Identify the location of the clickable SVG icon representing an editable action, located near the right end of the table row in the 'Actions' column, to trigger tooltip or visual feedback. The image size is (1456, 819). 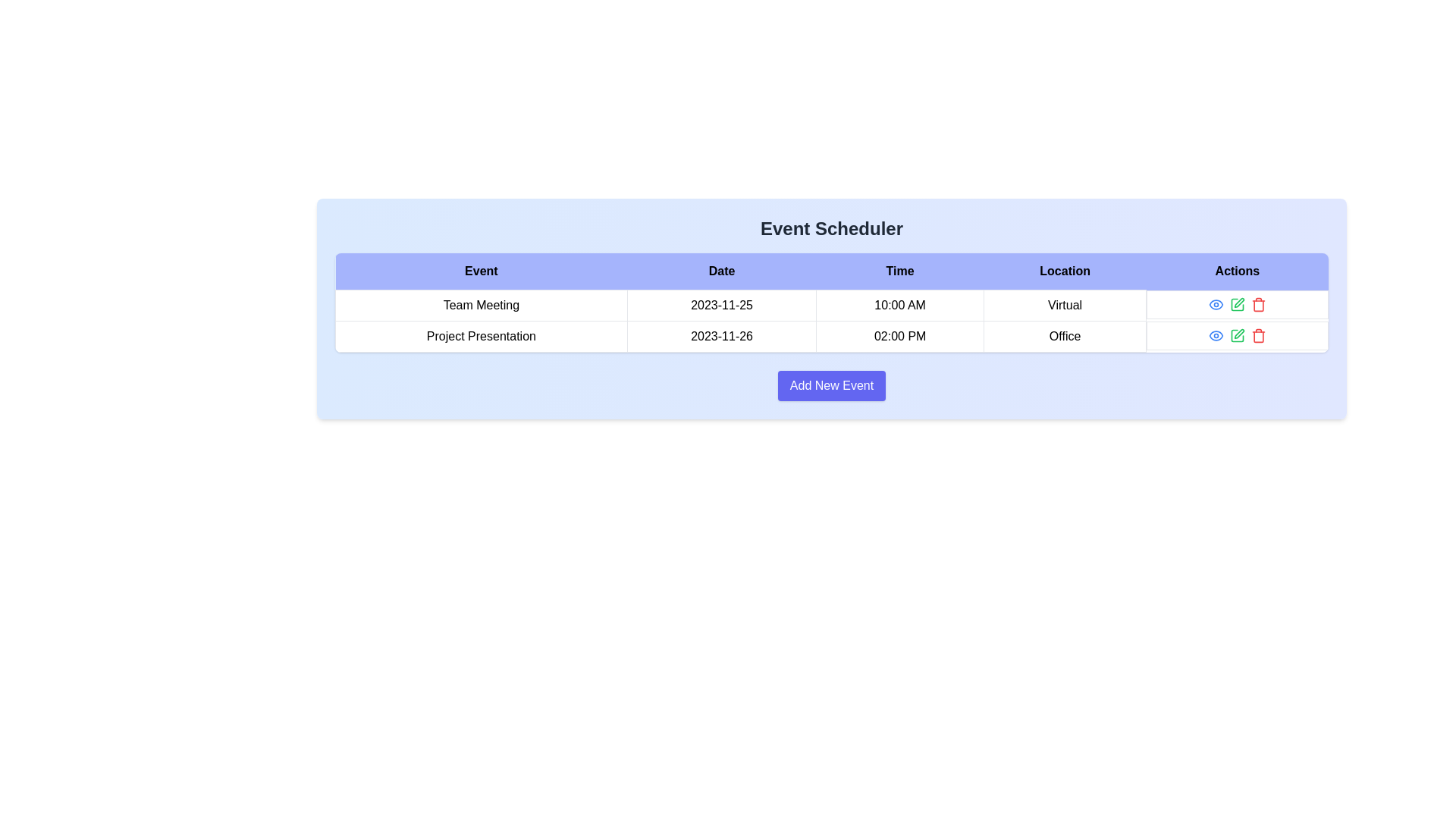
(1238, 334).